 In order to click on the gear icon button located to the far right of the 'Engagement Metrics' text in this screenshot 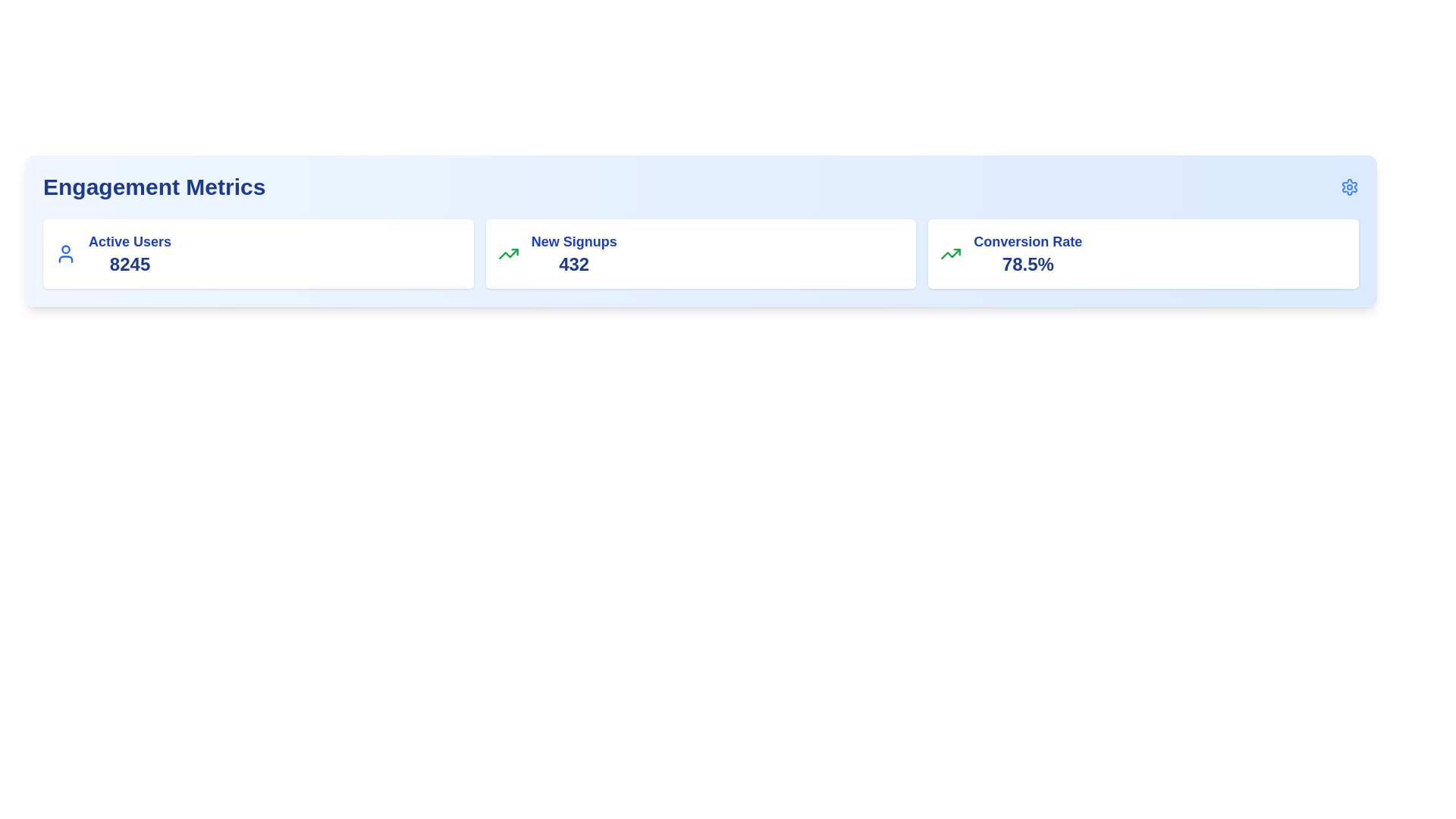, I will do `click(1350, 186)`.